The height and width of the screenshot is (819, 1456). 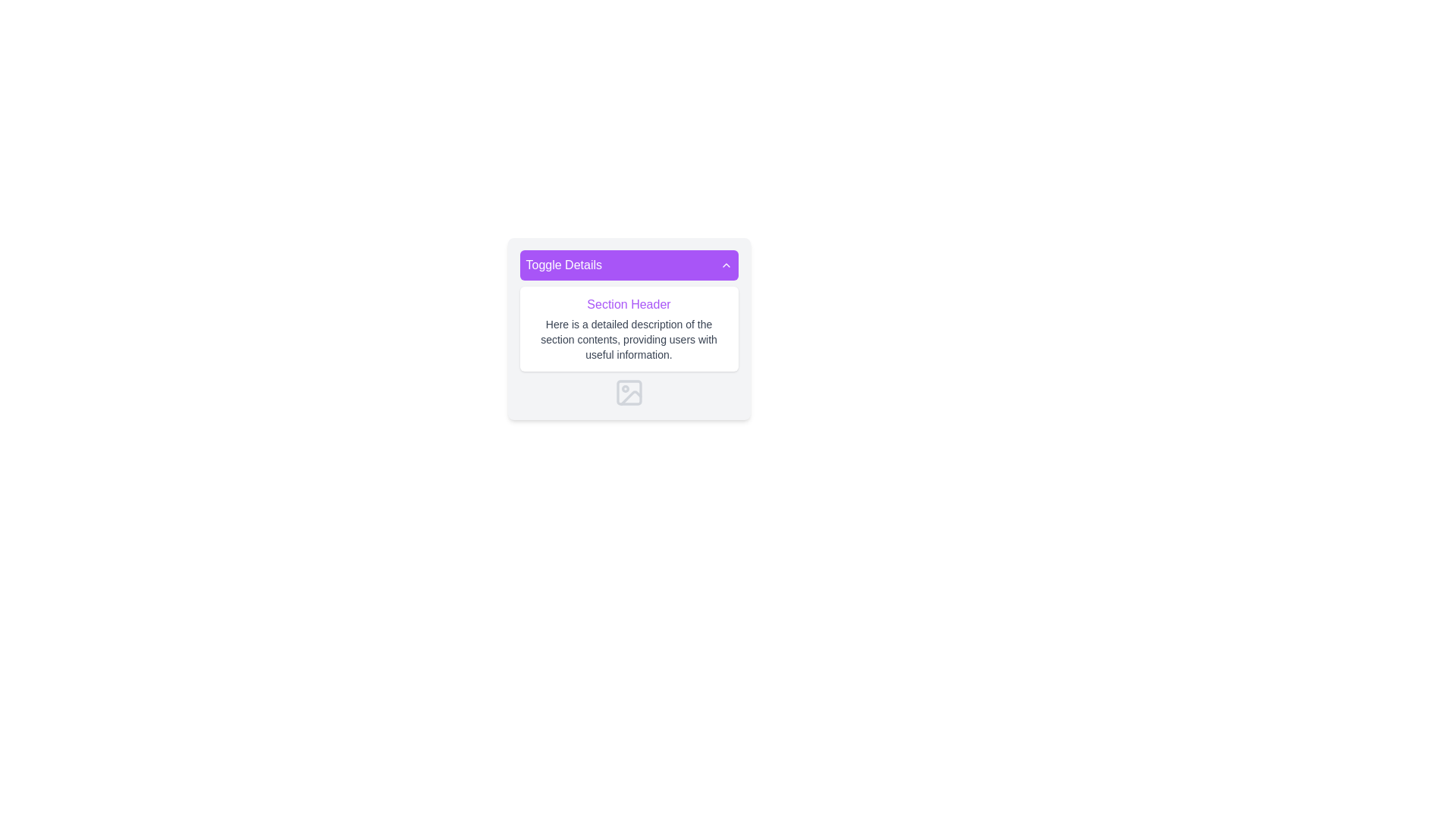 What do you see at coordinates (629, 347) in the screenshot?
I see `the text block containing the heading 'Section Header' and the descriptive paragraph, which is visually organized and centered beneath the 'Toggle Details' button` at bounding box center [629, 347].